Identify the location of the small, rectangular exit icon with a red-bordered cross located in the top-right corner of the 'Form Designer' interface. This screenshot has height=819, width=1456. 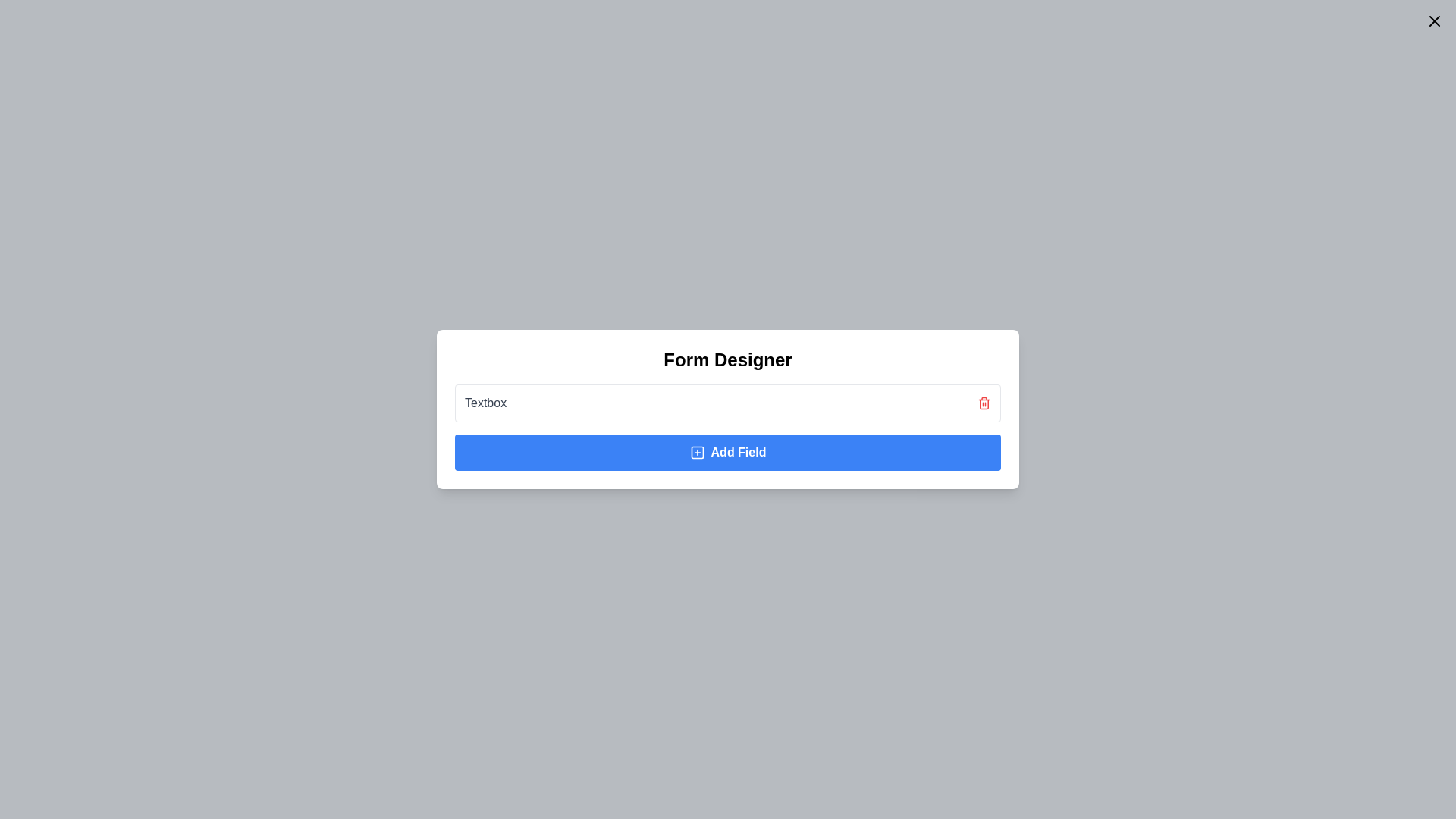
(1433, 20).